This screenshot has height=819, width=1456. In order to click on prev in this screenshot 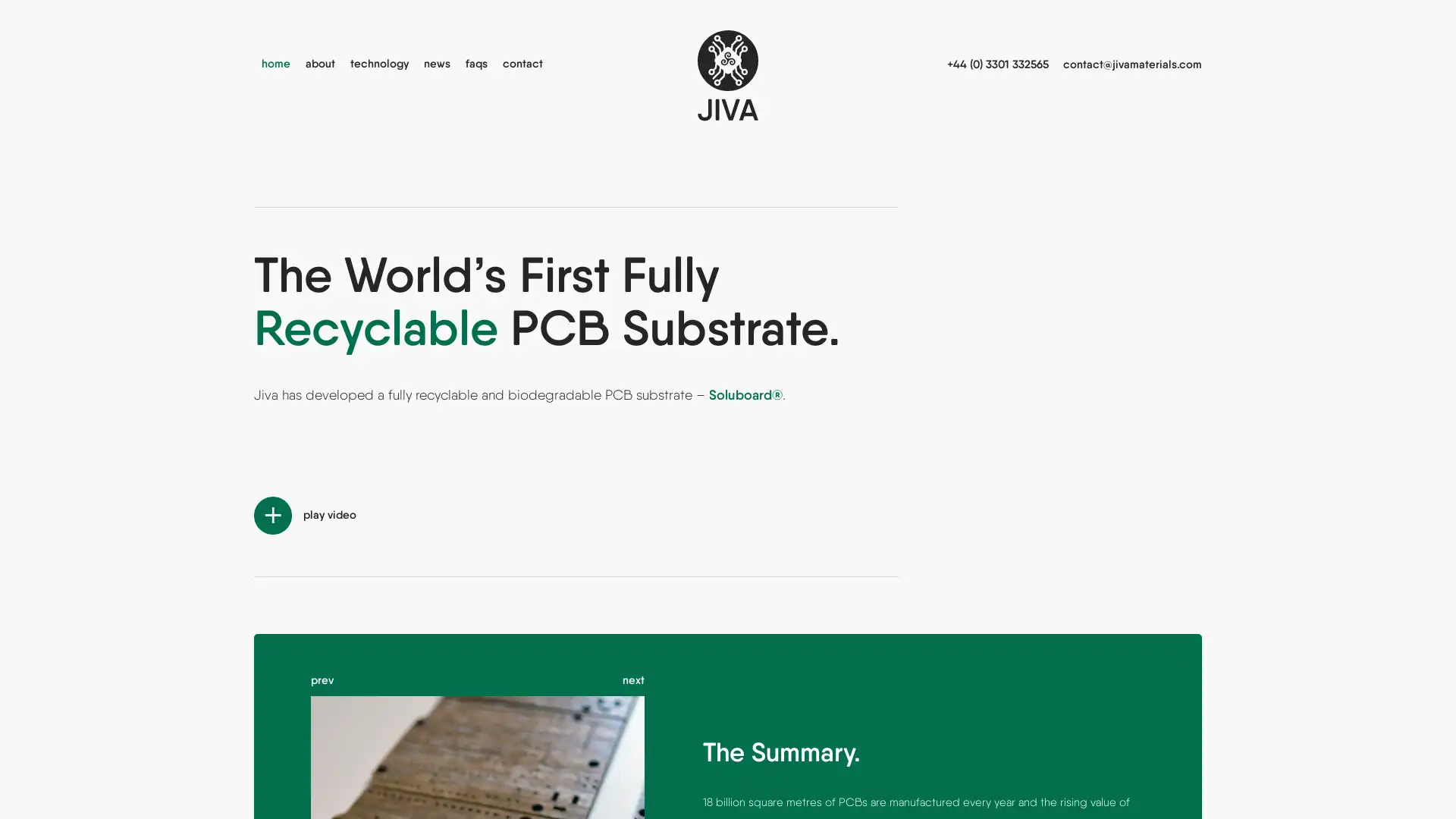, I will do `click(322, 679)`.